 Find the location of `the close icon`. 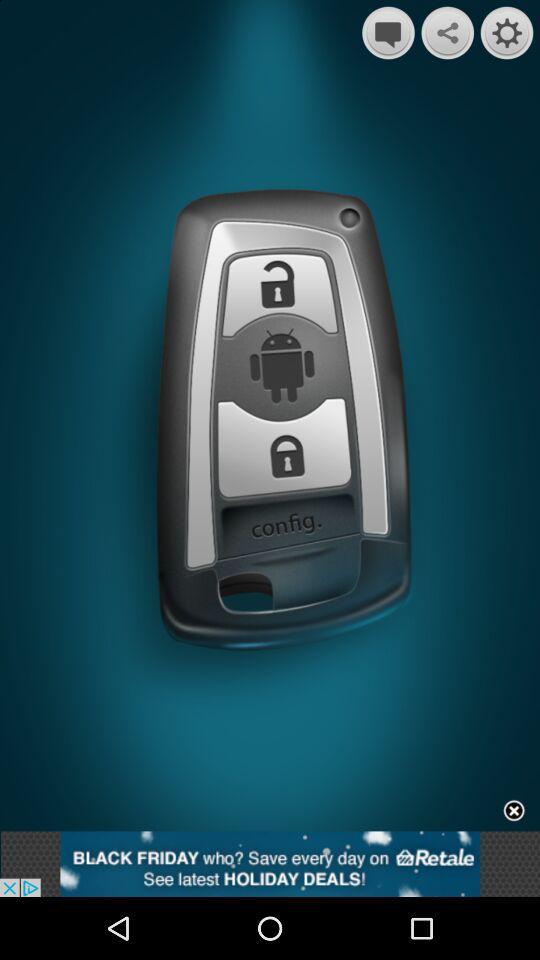

the close icon is located at coordinates (514, 867).